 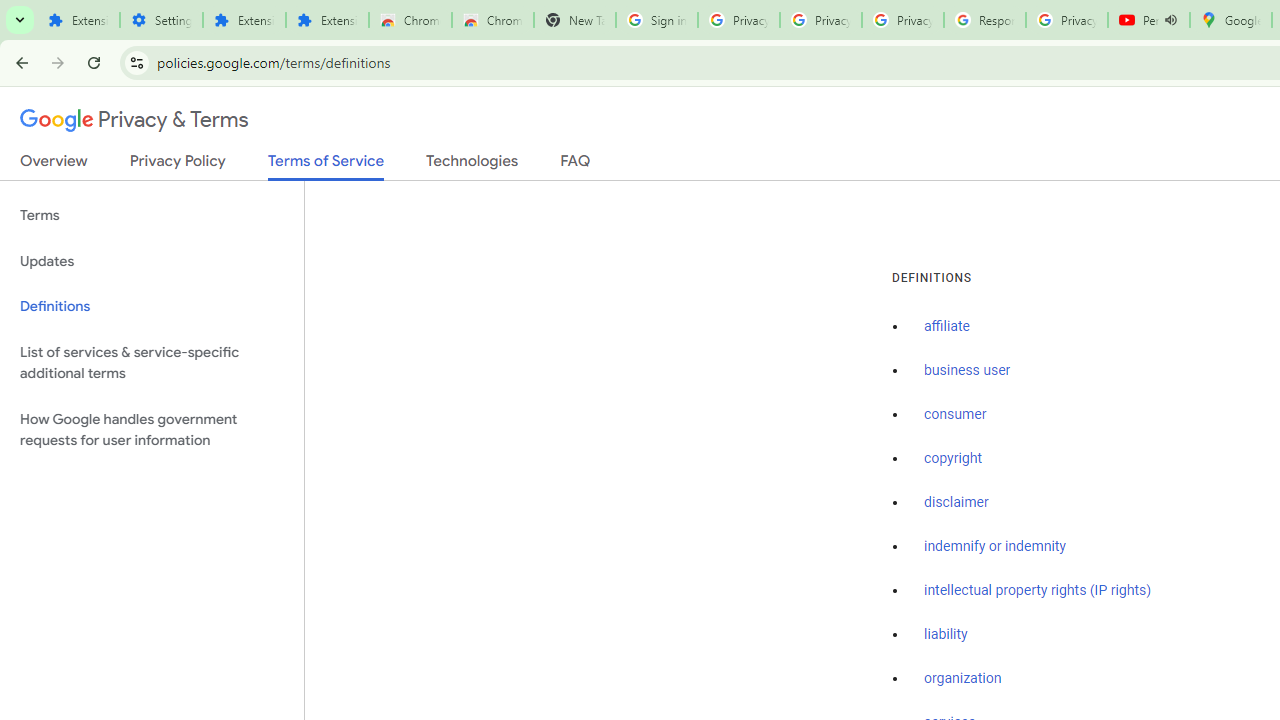 I want to click on 'Personalized AI for you | Gemini - YouTube - Audio playing', so click(x=1149, y=20).